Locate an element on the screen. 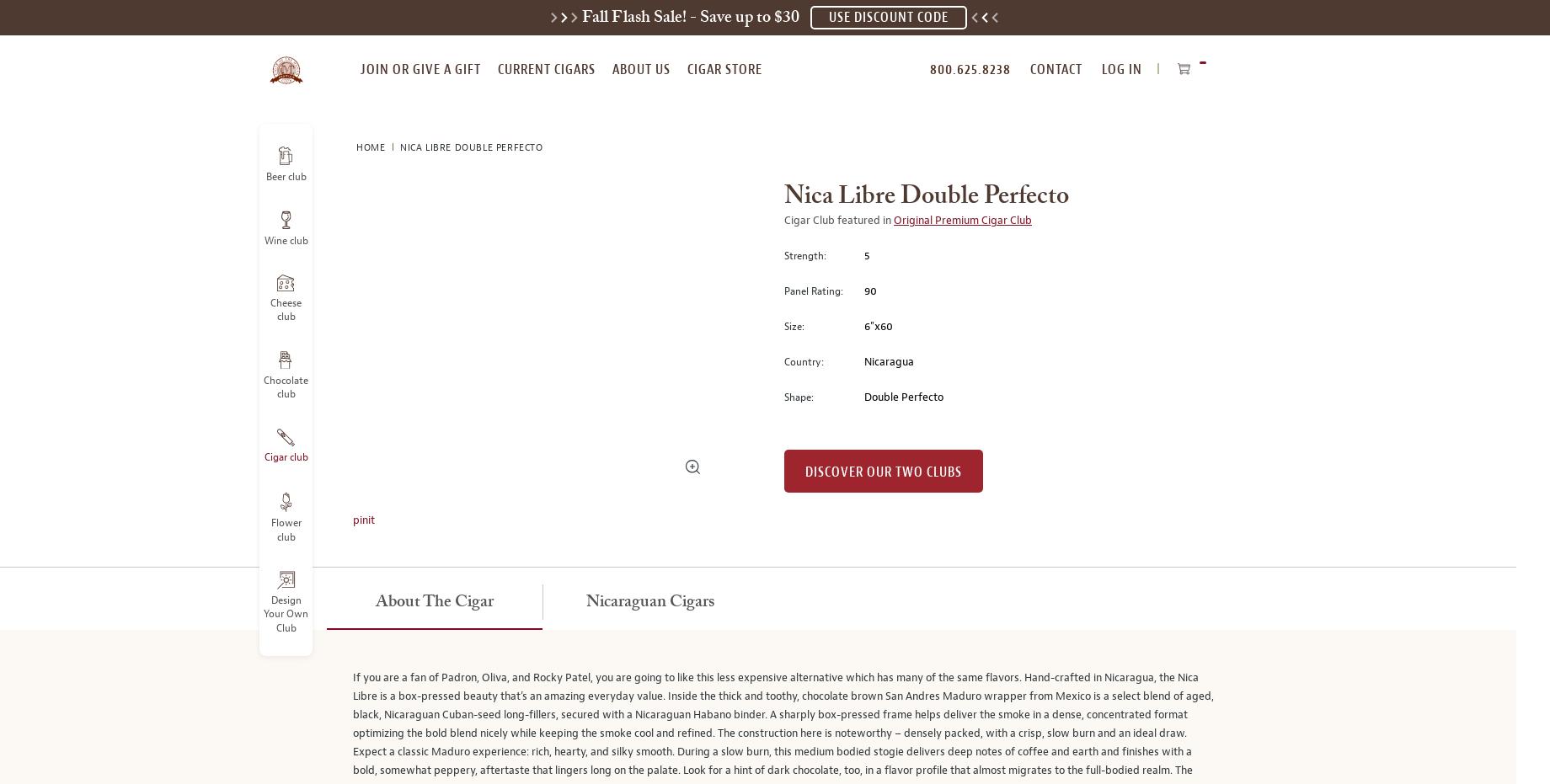 This screenshot has height=784, width=1550. 'Strength:' is located at coordinates (784, 254).